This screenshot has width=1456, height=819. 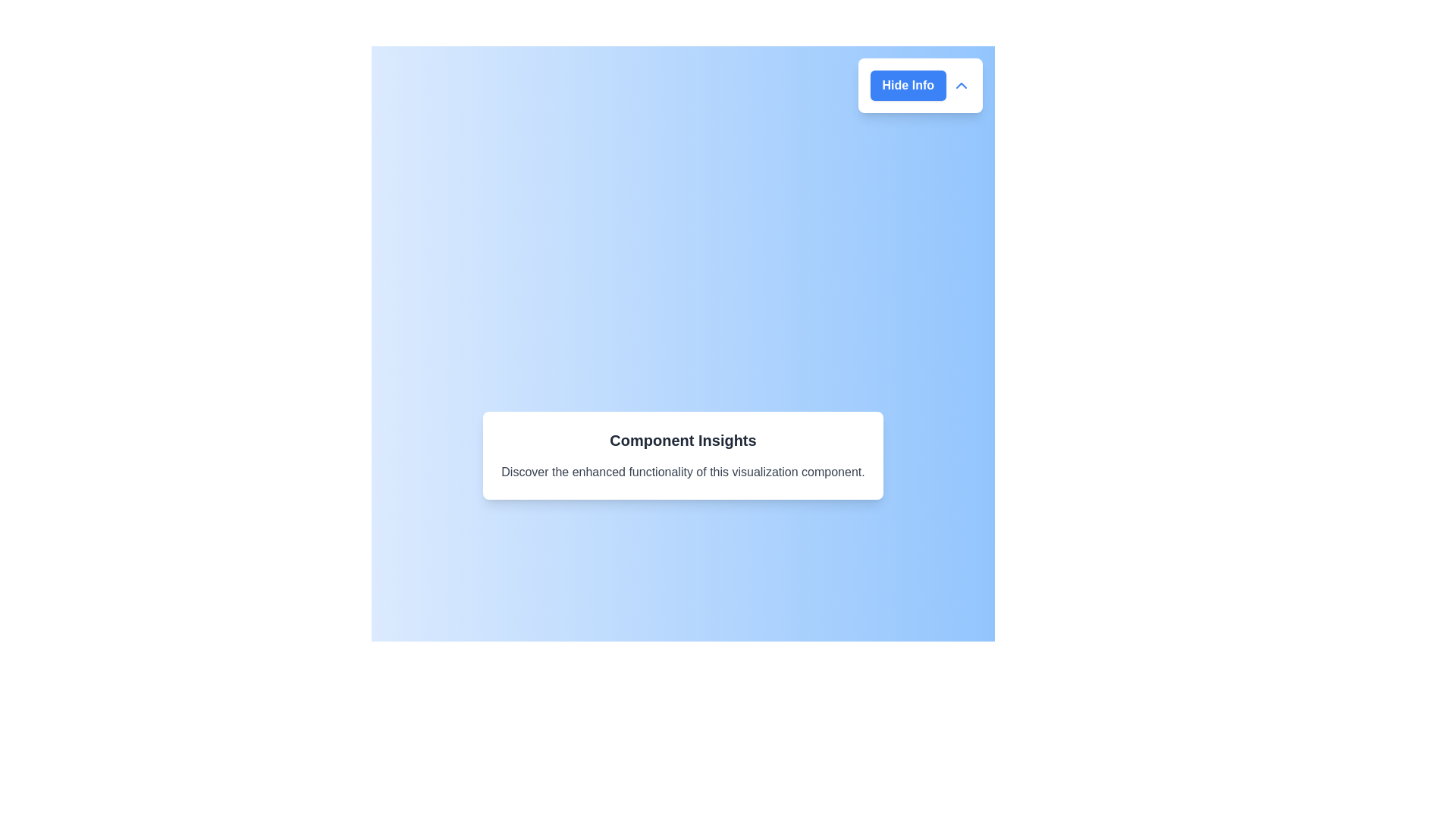 What do you see at coordinates (682, 472) in the screenshot?
I see `the descriptive text label that reads 'Discover the enhanced functionality of this visualization component.' styled in gray color within a white box` at bounding box center [682, 472].